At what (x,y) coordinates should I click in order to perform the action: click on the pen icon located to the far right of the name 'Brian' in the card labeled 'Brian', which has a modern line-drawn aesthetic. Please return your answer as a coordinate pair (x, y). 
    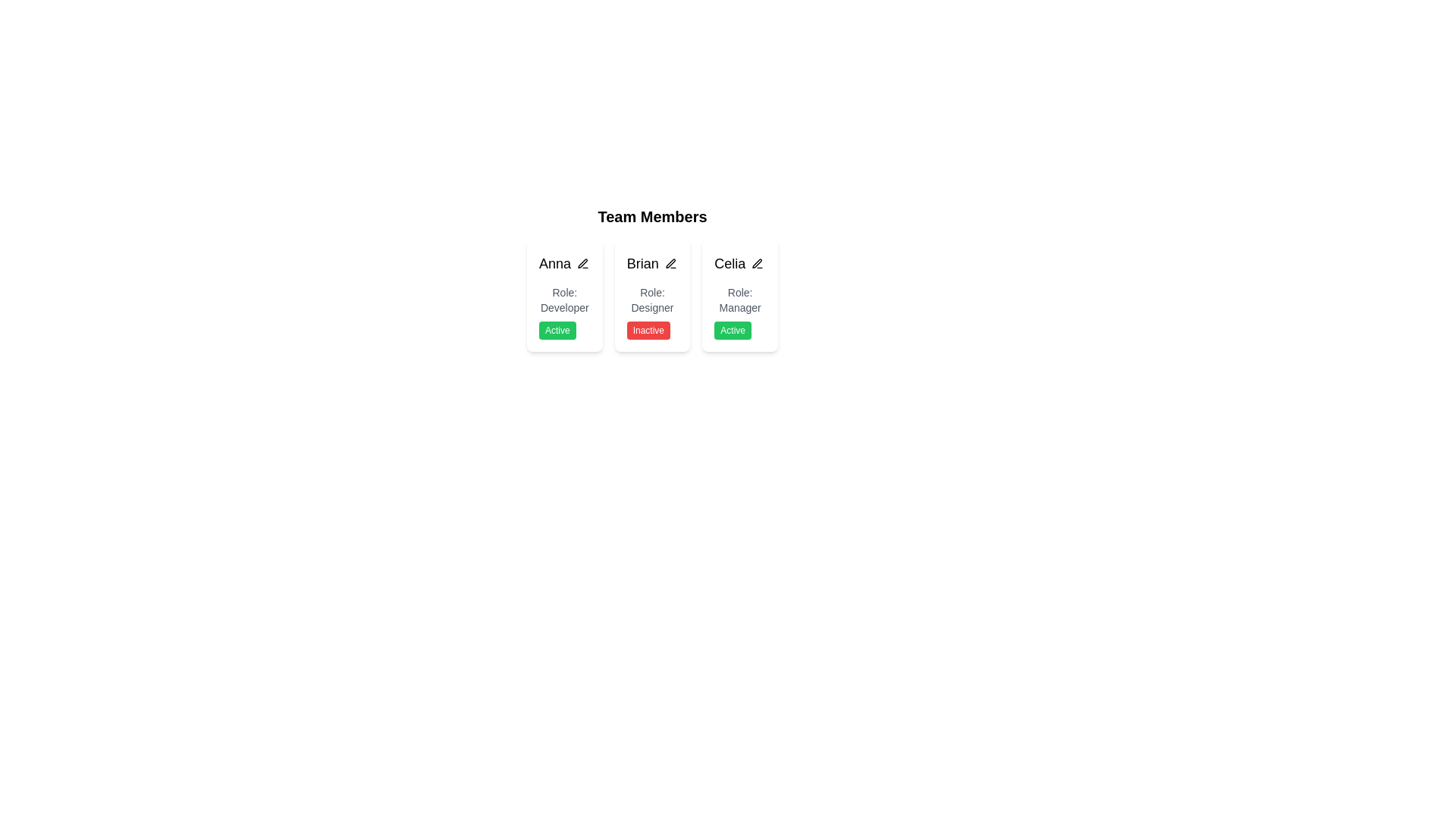
    Looking at the image, I should click on (670, 262).